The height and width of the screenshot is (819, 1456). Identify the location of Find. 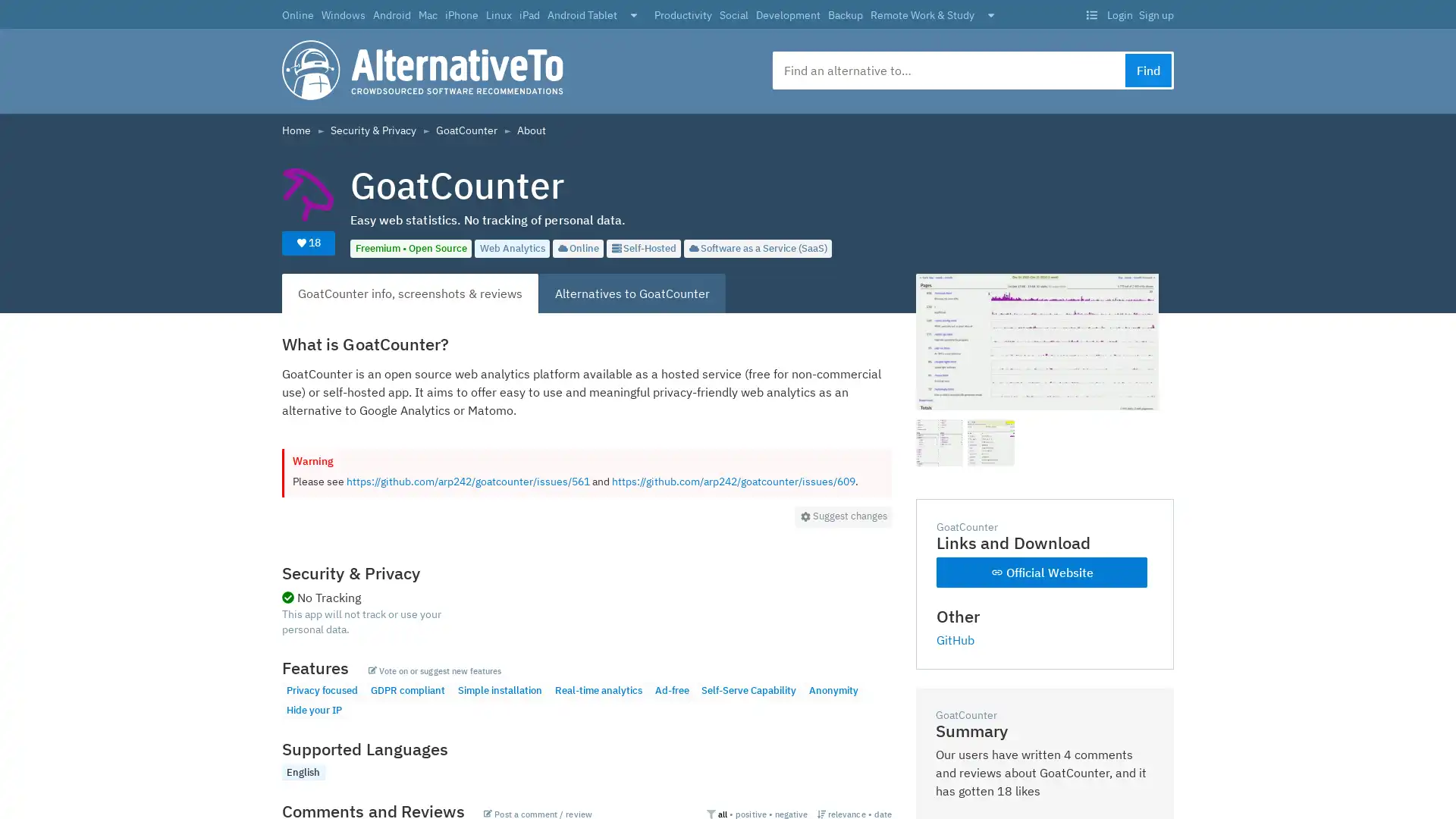
(1148, 70).